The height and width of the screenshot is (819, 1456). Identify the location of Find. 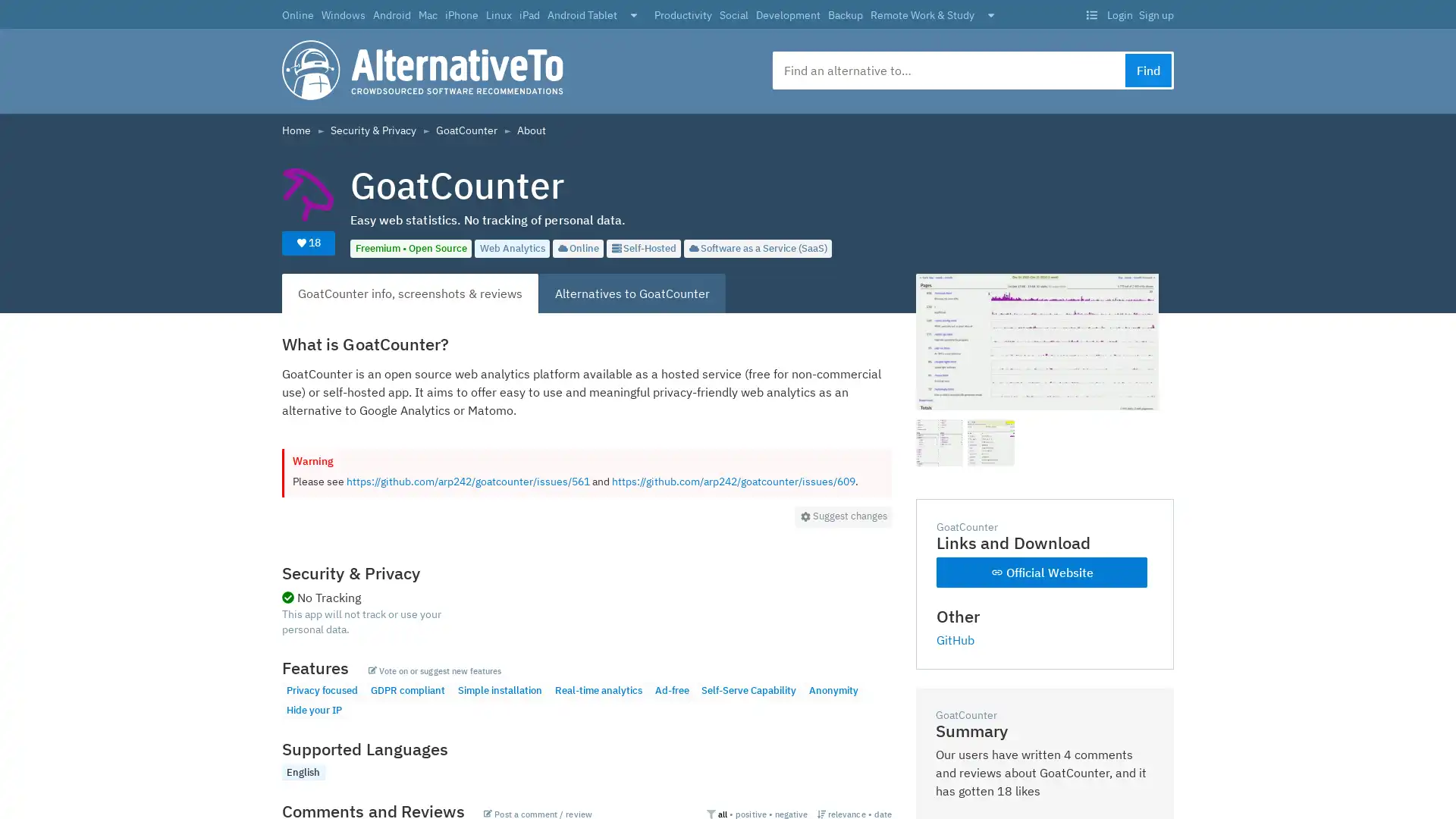
(1148, 70).